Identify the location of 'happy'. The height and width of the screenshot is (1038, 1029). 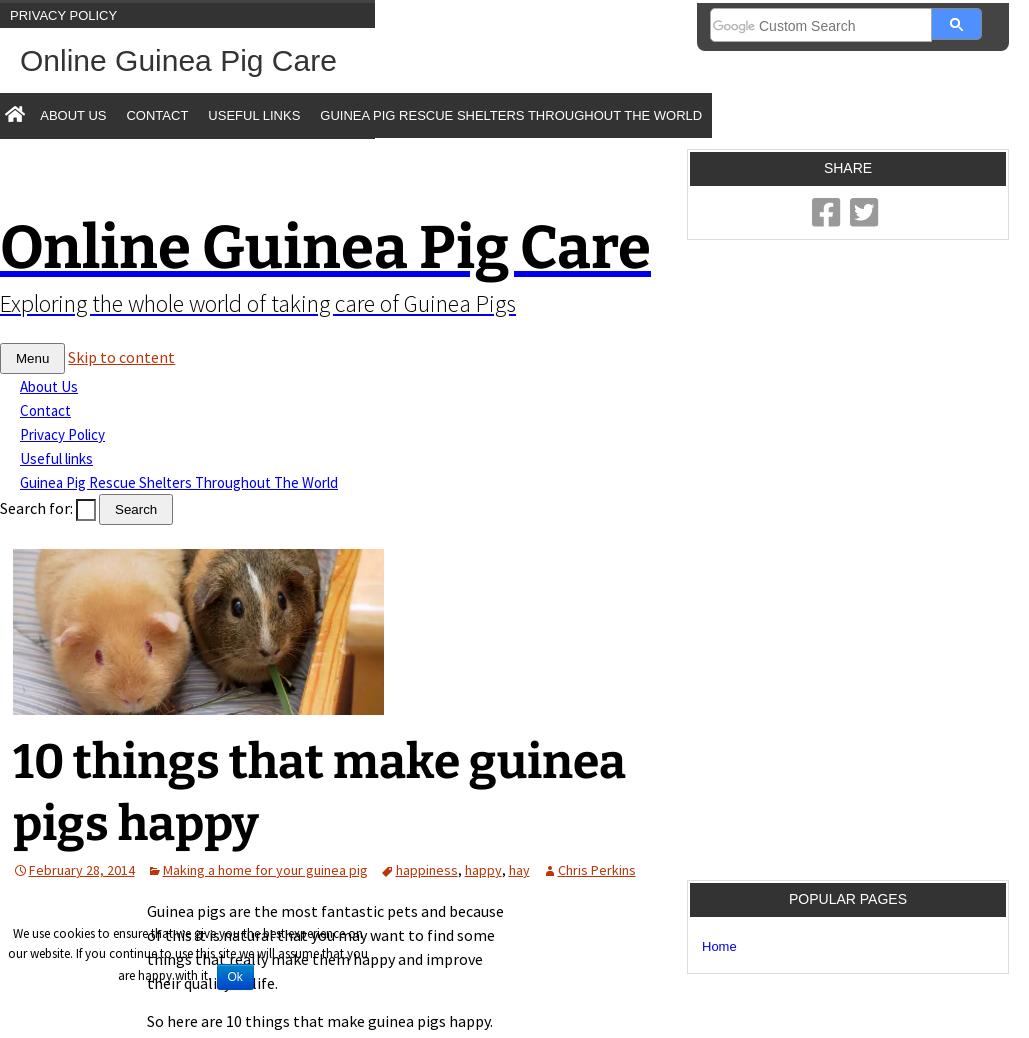
(482, 869).